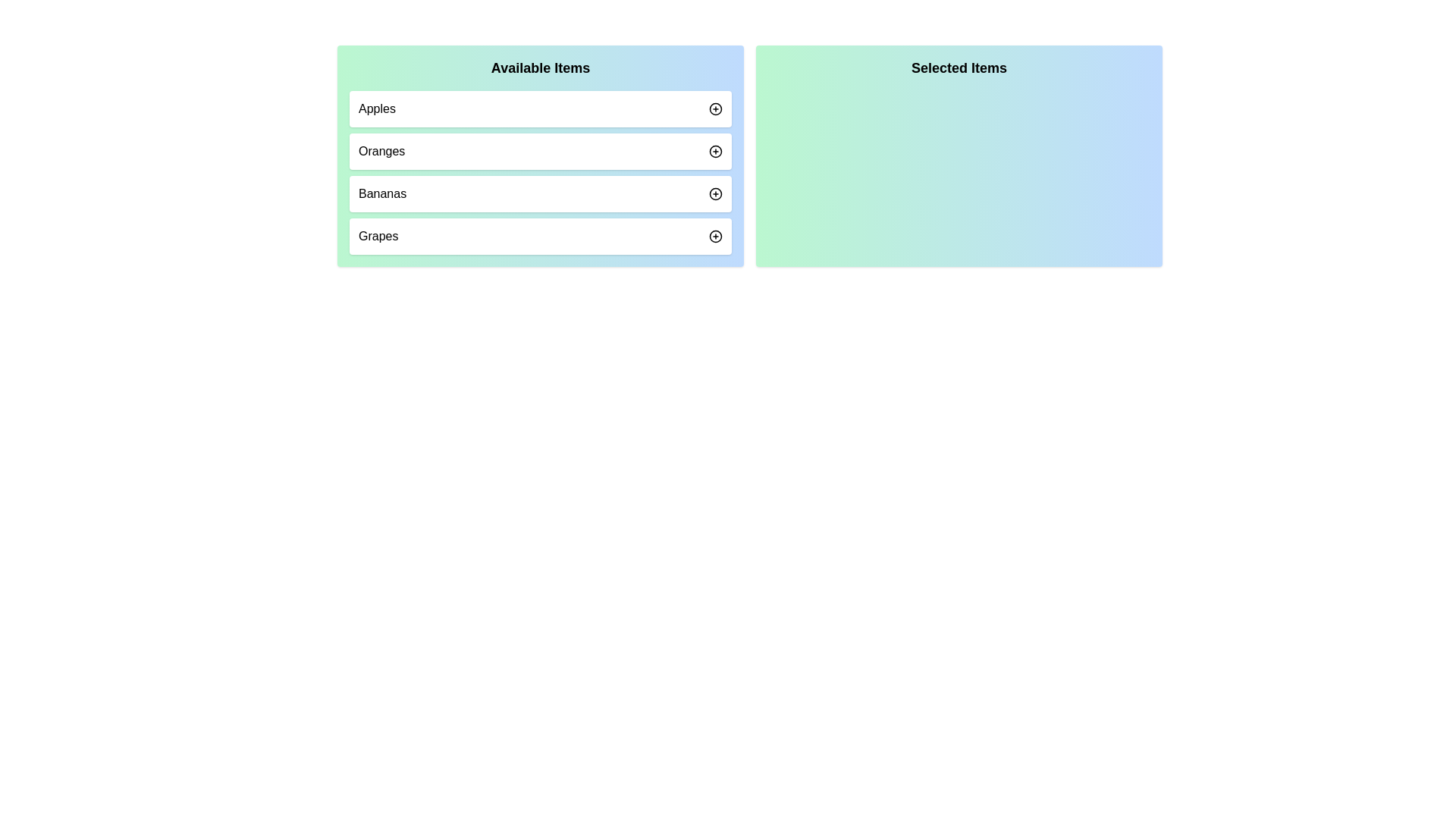 This screenshot has height=819, width=1456. Describe the element at coordinates (715, 193) in the screenshot. I see `'+' button next to Bananas in the 'Available Items' list to transfer it to 'Selected Items'` at that location.